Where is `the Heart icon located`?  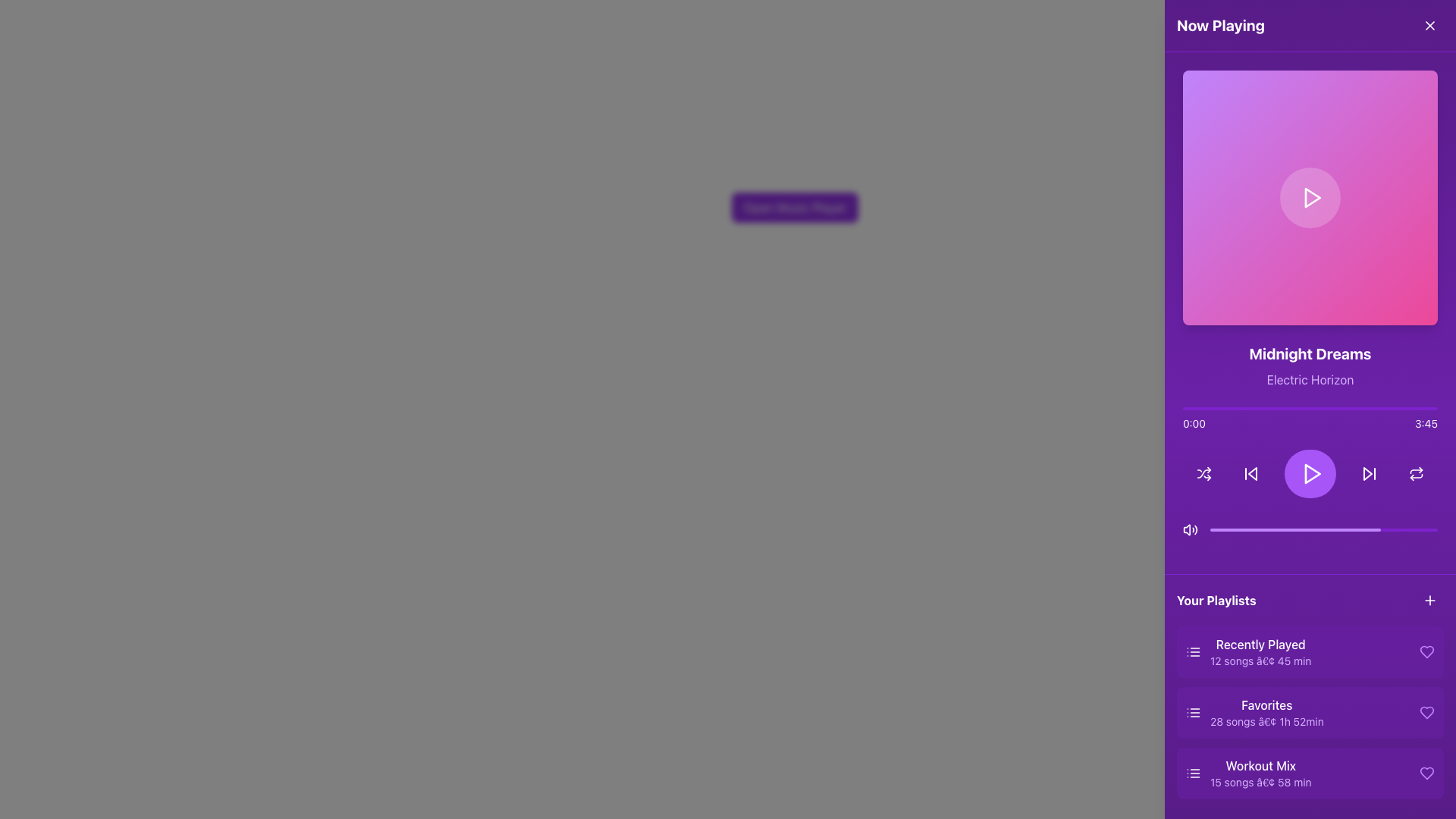
the Heart icon located is located at coordinates (1426, 713).